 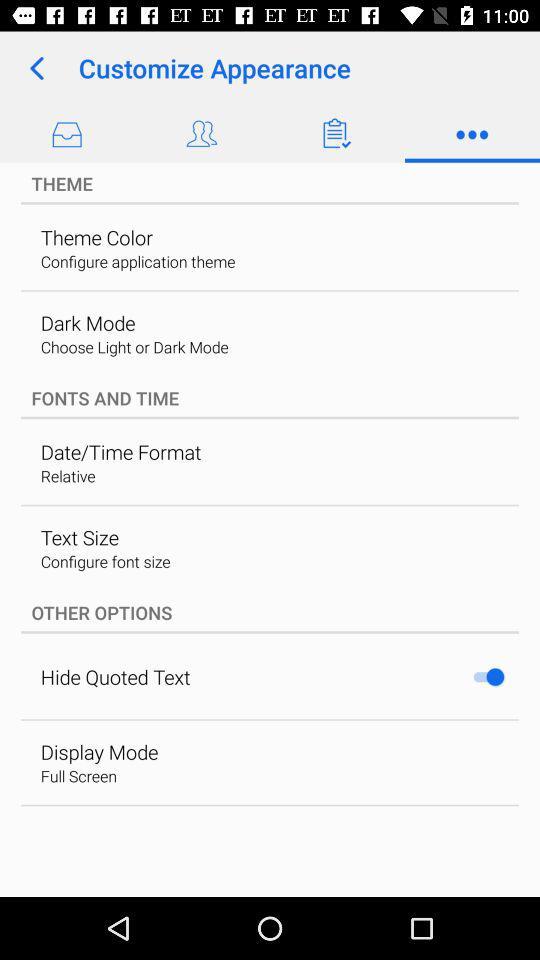 What do you see at coordinates (137, 260) in the screenshot?
I see `the configure application theme` at bounding box center [137, 260].